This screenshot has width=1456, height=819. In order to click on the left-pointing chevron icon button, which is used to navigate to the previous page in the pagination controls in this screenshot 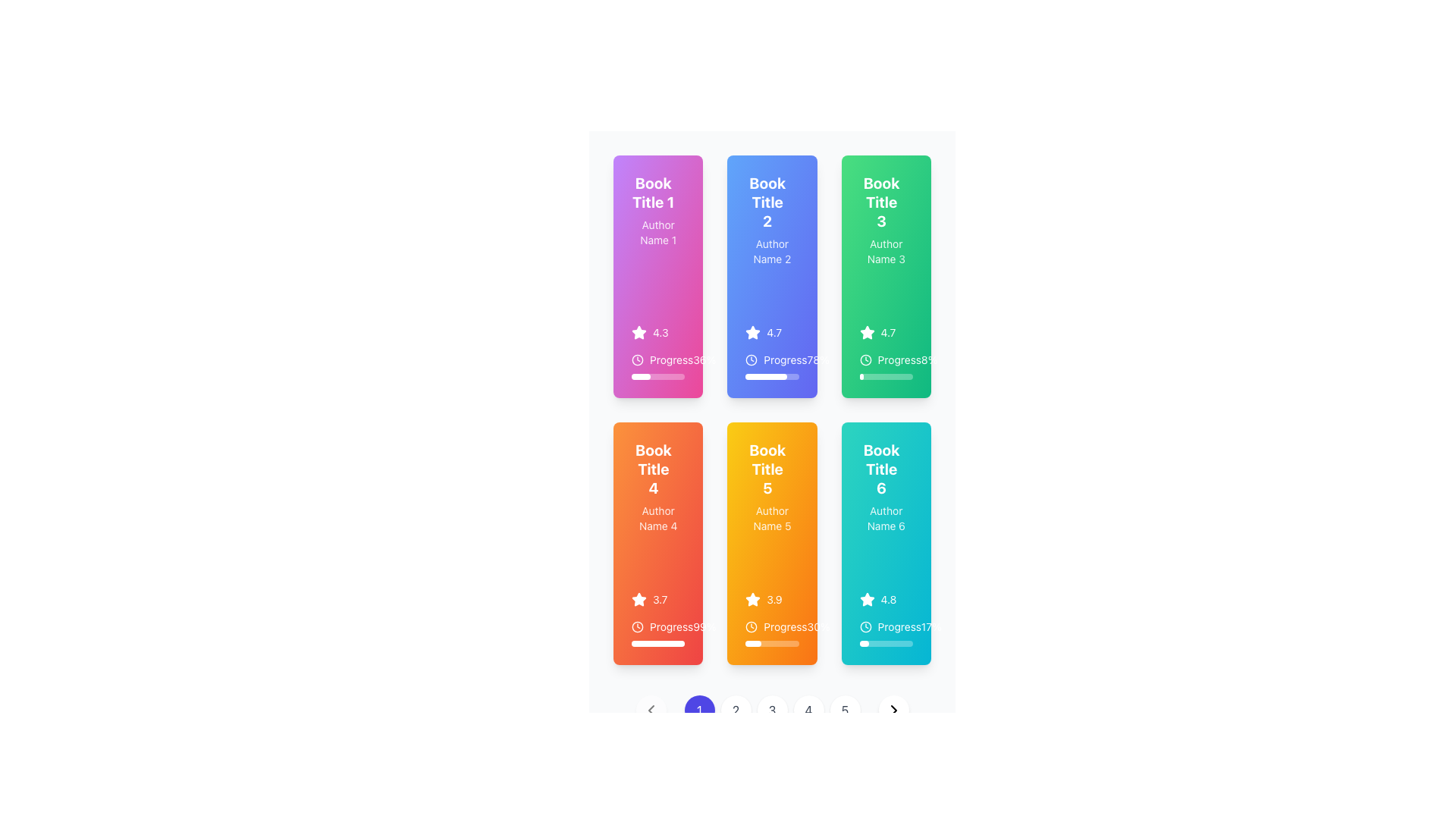, I will do `click(651, 711)`.